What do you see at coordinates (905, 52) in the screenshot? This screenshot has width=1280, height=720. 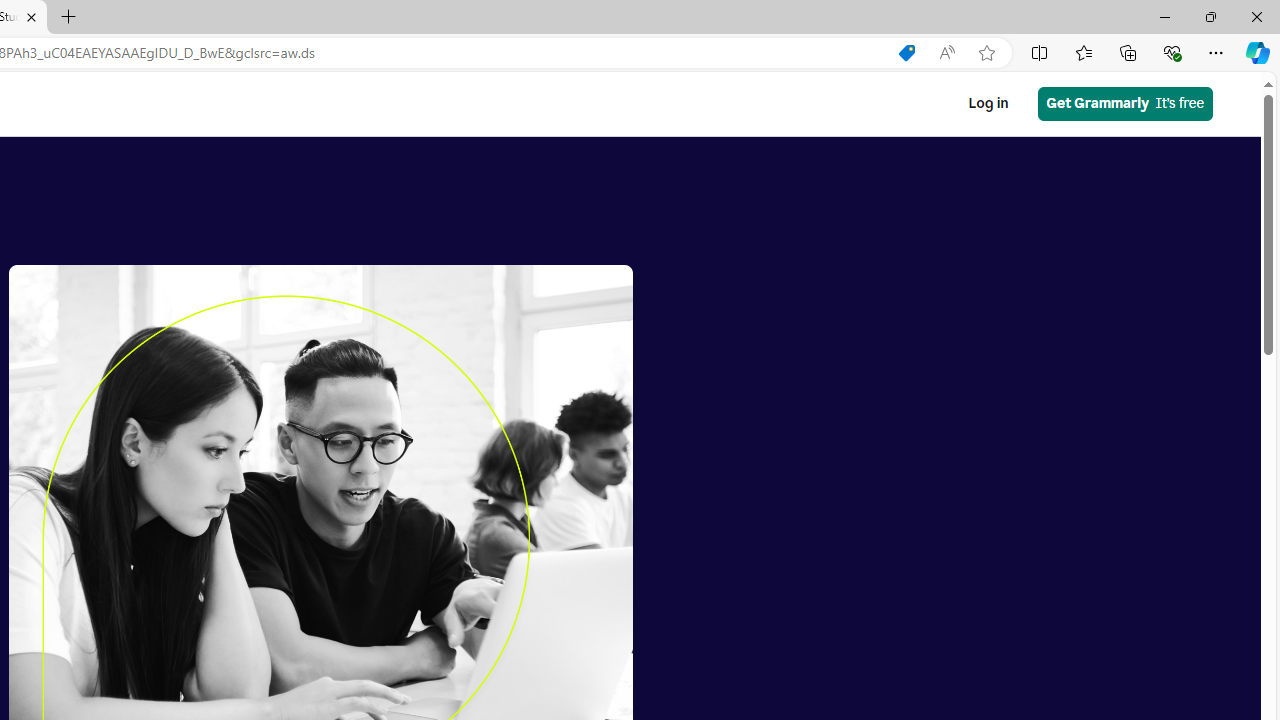 I see `'Shopping in Microsoft Edge'` at bounding box center [905, 52].